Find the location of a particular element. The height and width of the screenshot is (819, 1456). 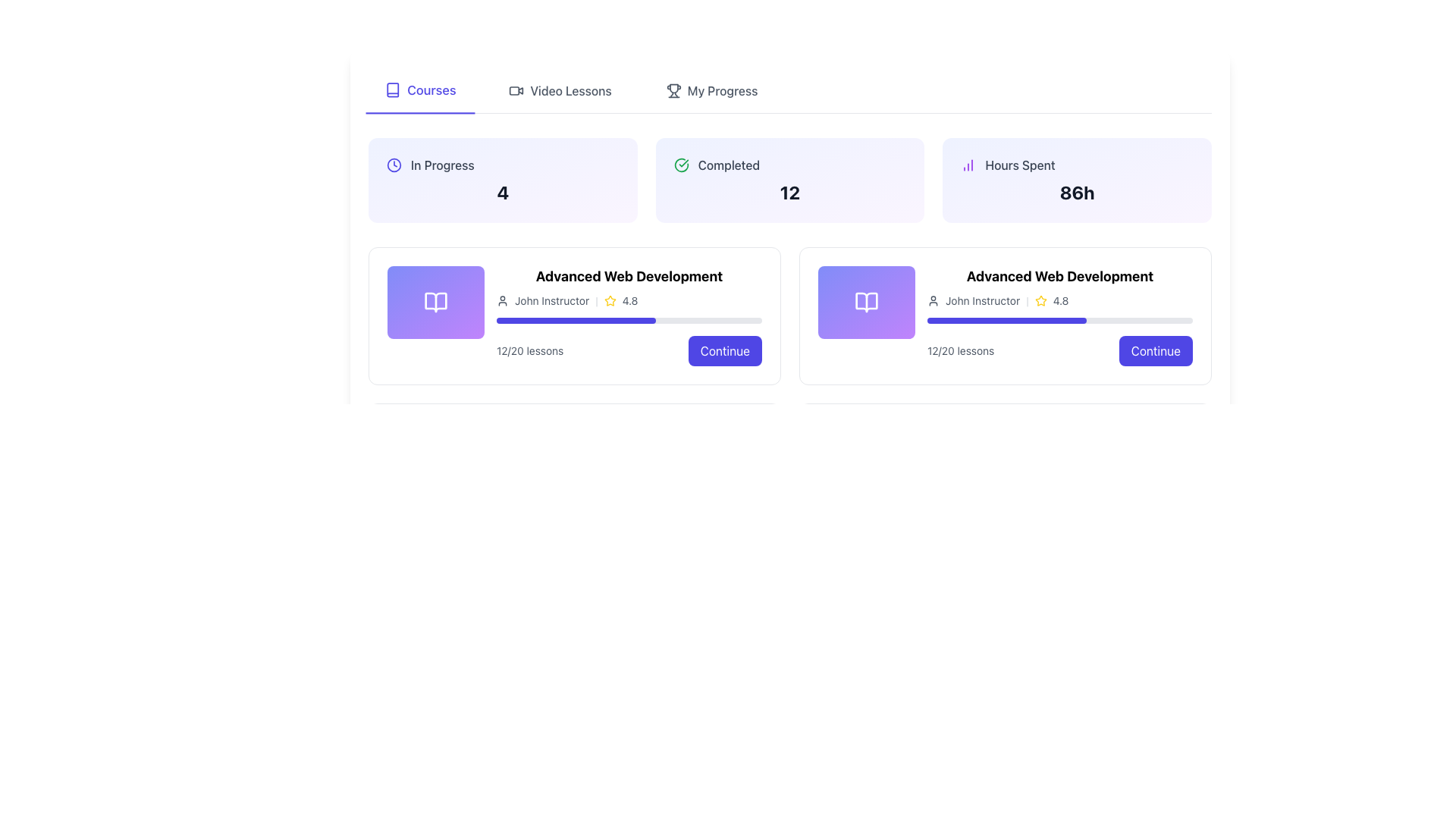

the circular green icon with a checkmark in the center, indicating a 'success' or 'completed' status, located in the top center section of the interface within the 'Completed' card is located at coordinates (680, 165).